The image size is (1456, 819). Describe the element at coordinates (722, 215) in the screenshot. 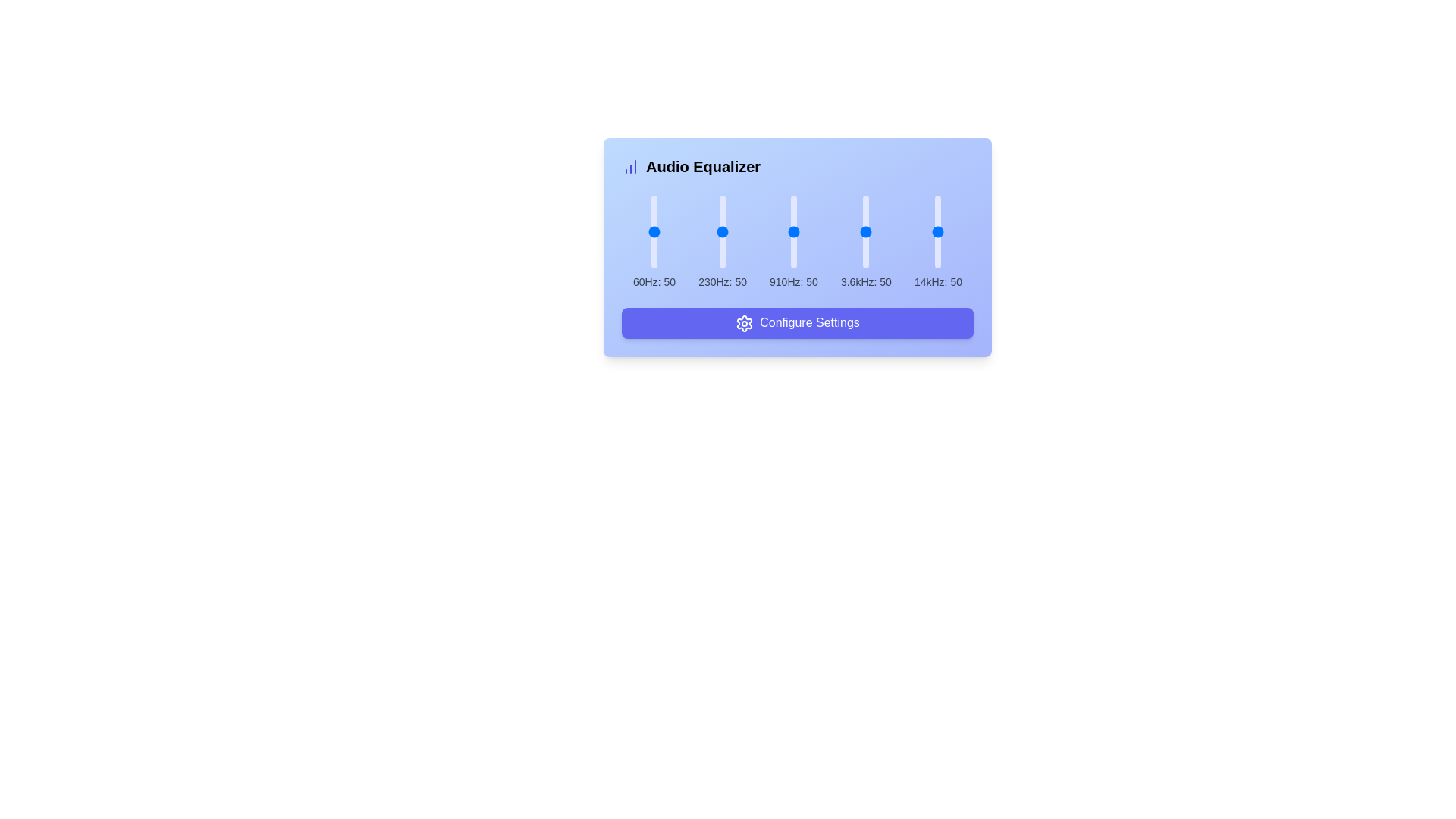

I see `the 230Hz slider value` at that location.